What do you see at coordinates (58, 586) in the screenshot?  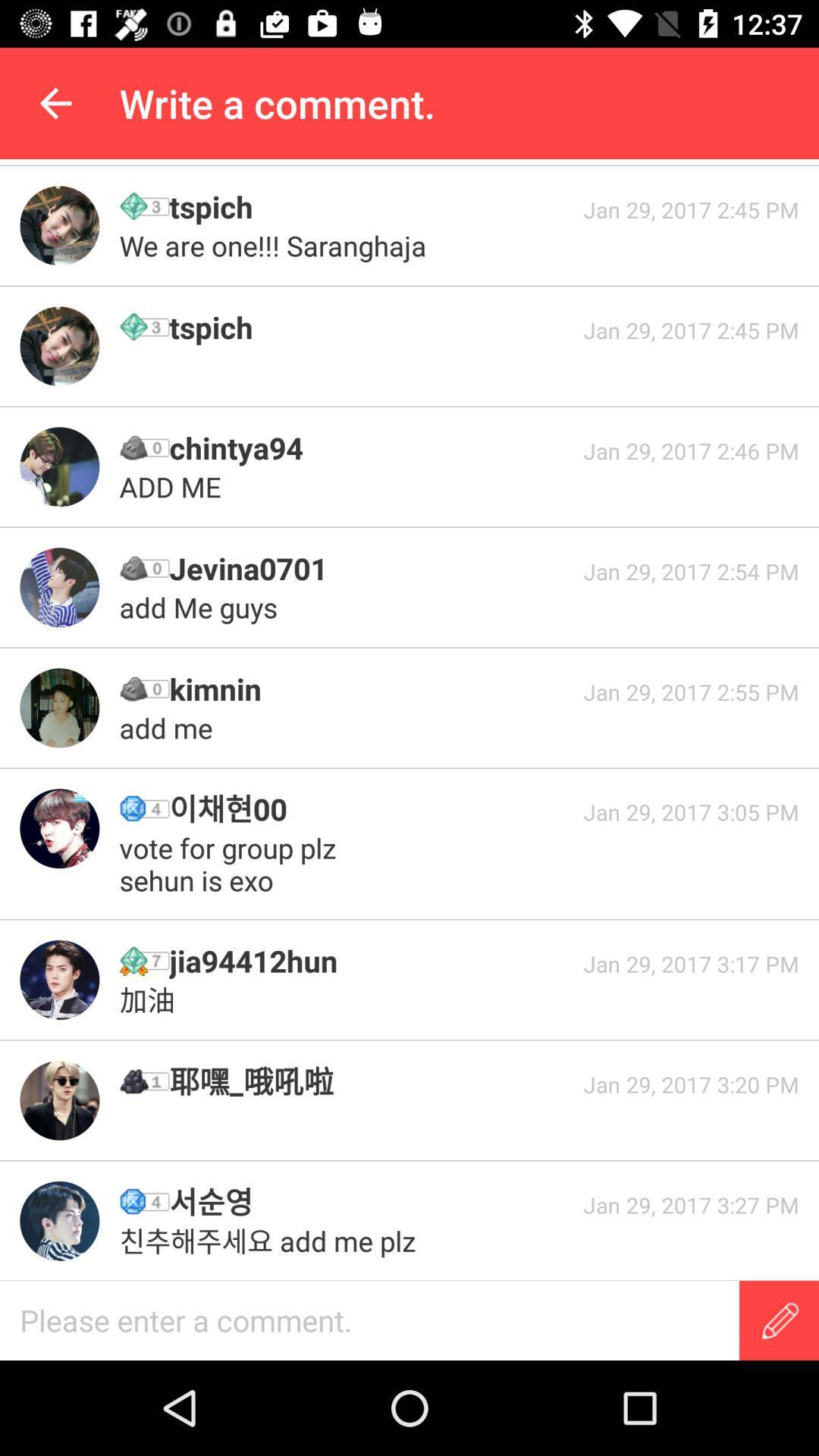 I see `profile of user` at bounding box center [58, 586].